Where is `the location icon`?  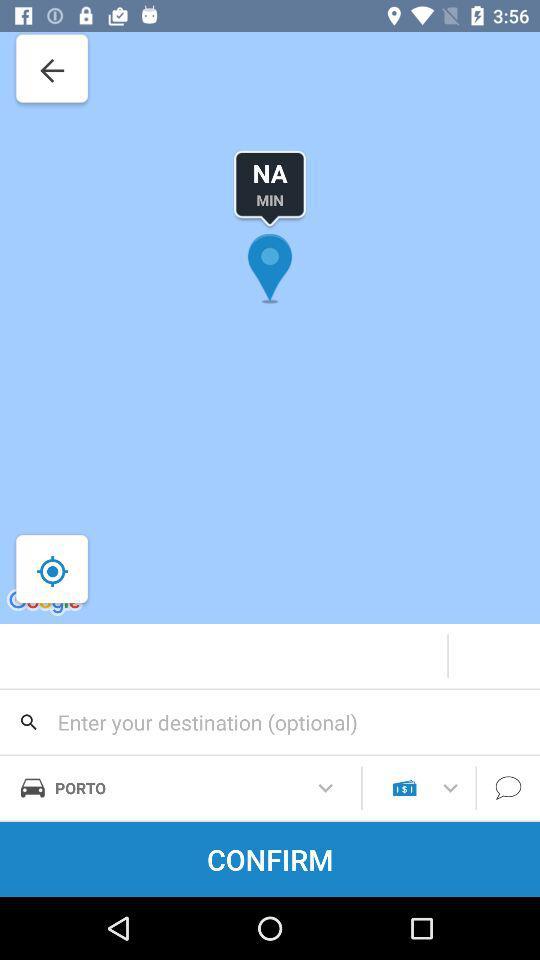 the location icon is located at coordinates (270, 312).